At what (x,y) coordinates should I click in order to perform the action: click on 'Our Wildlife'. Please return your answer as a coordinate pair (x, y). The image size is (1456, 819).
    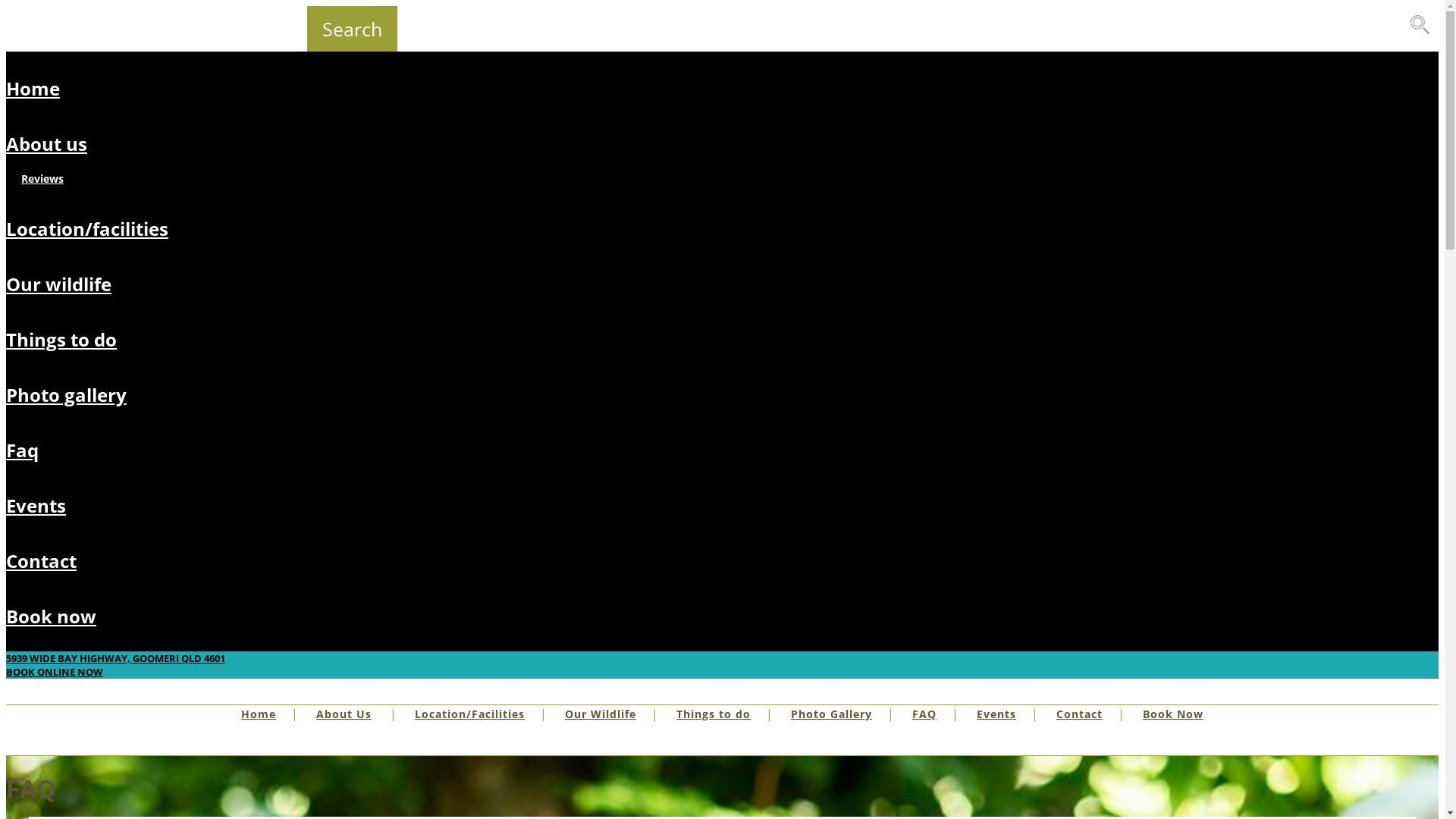
    Looking at the image, I should click on (600, 714).